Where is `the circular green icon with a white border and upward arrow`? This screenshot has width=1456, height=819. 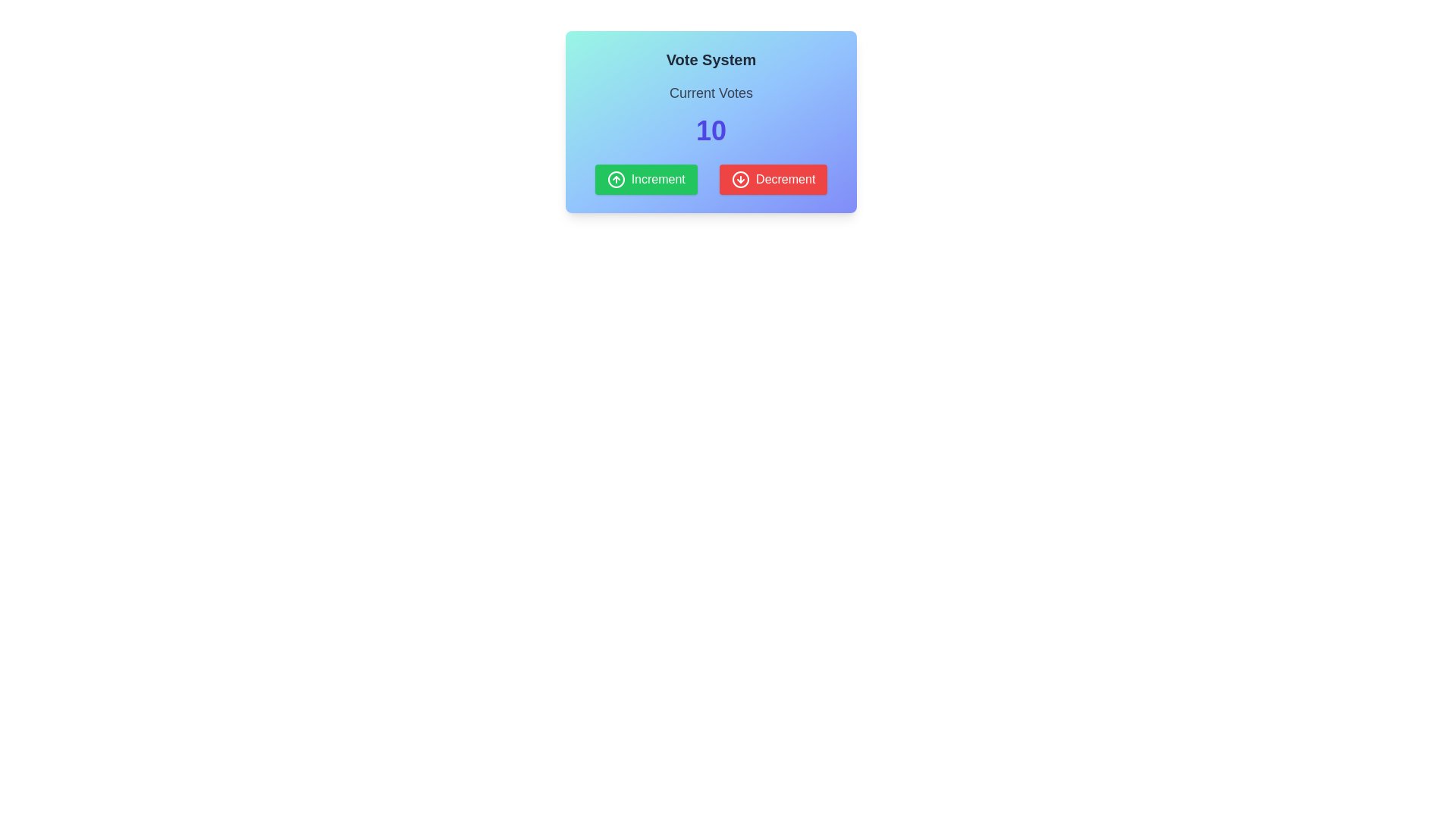 the circular green icon with a white border and upward arrow is located at coordinates (616, 178).